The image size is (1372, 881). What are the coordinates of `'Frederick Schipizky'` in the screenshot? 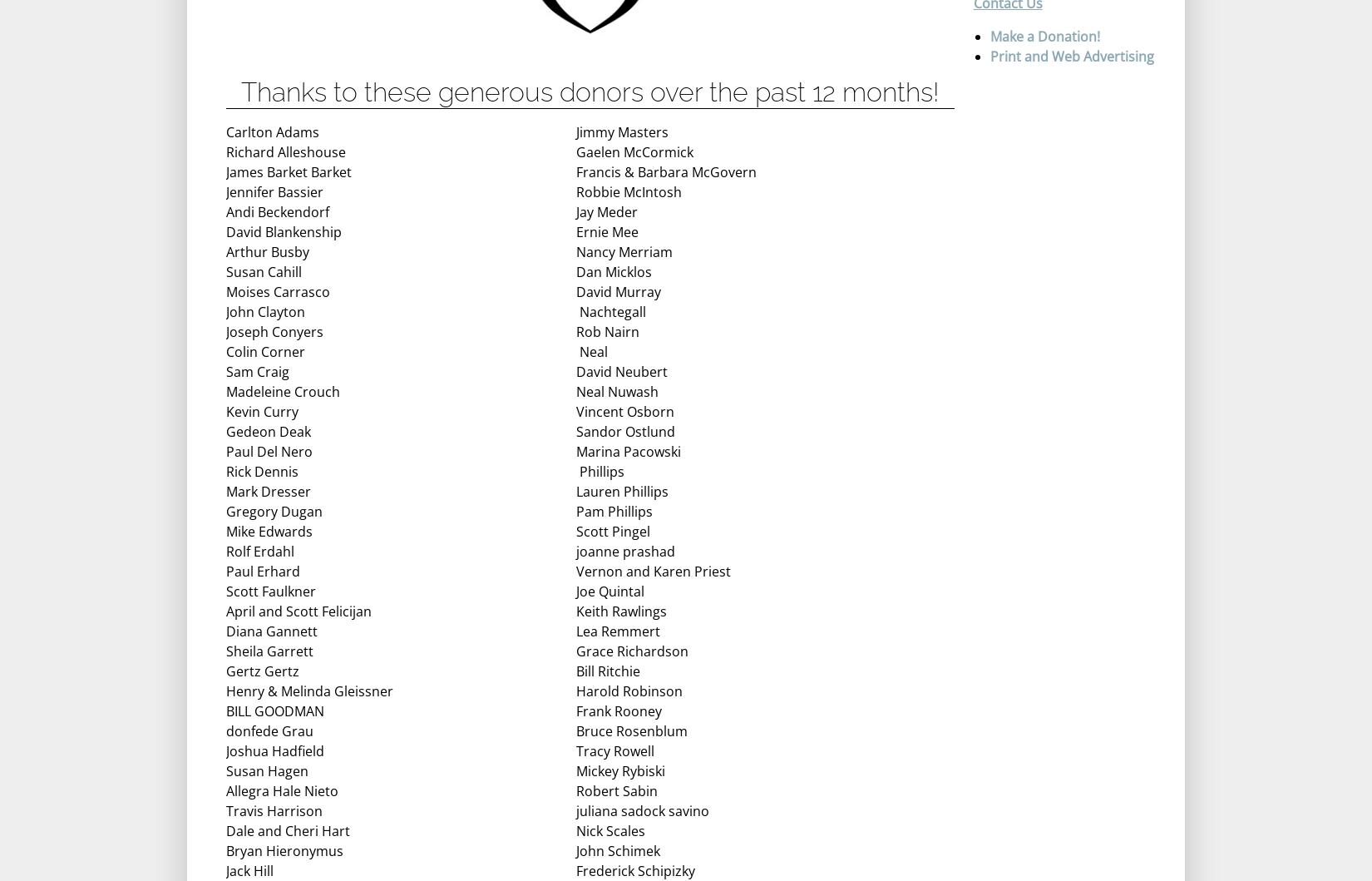 It's located at (634, 870).